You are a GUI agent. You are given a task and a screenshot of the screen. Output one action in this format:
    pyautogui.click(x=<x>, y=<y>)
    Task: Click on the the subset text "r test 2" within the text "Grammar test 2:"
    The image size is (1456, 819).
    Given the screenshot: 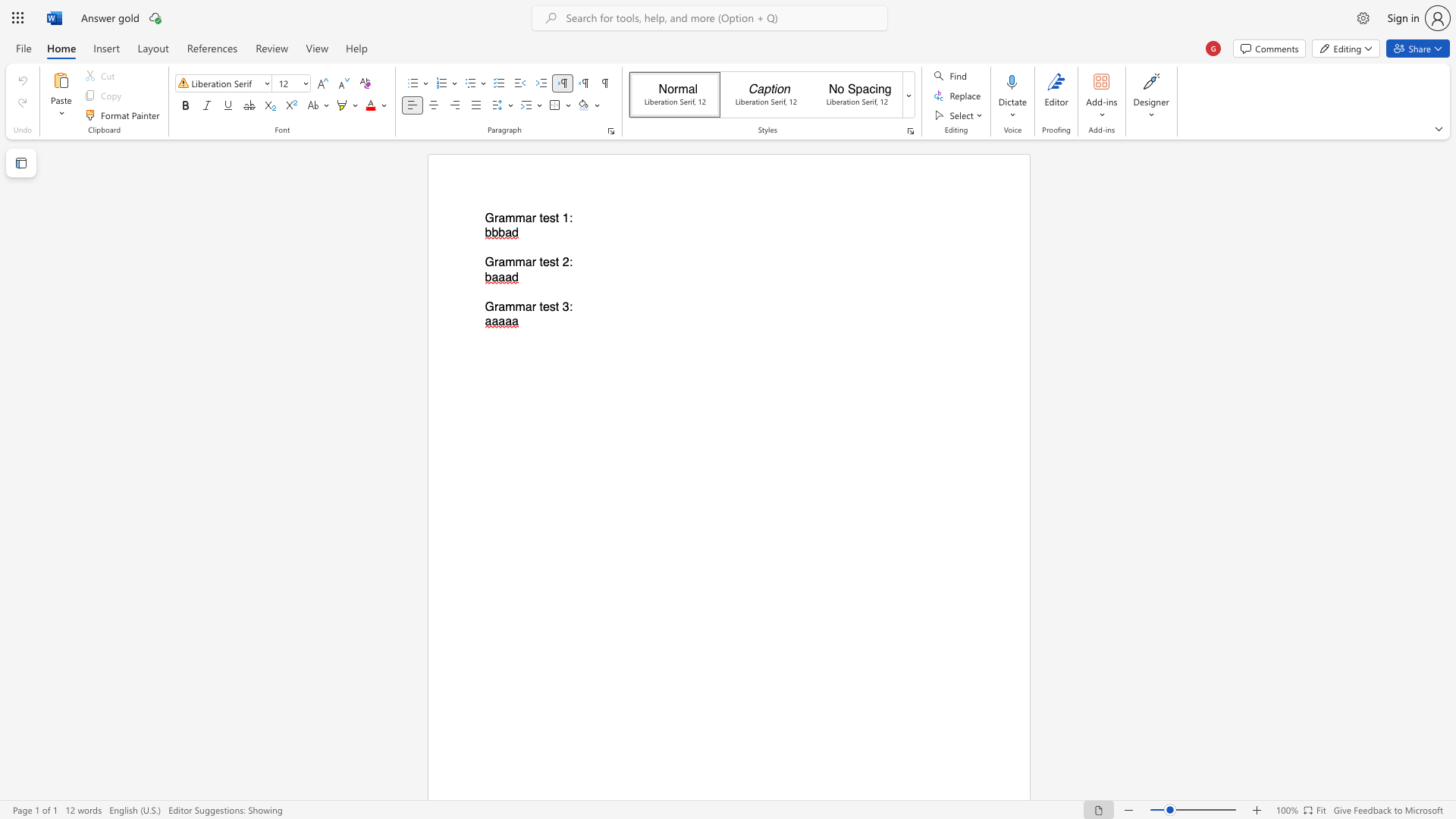 What is the action you would take?
    pyautogui.click(x=532, y=262)
    